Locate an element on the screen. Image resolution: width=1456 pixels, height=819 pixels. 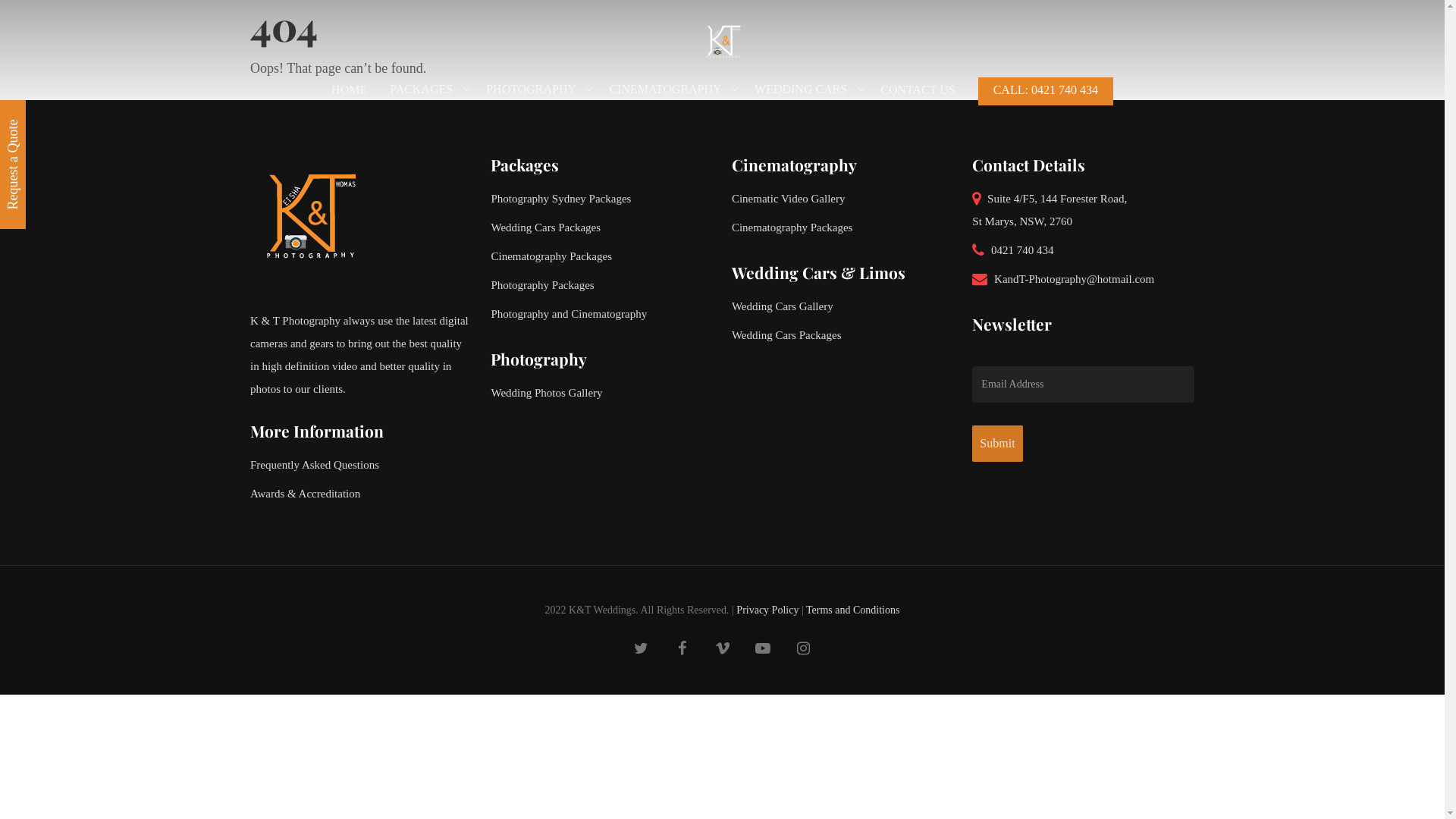
'Frequently Asked Questions' is located at coordinates (360, 464).